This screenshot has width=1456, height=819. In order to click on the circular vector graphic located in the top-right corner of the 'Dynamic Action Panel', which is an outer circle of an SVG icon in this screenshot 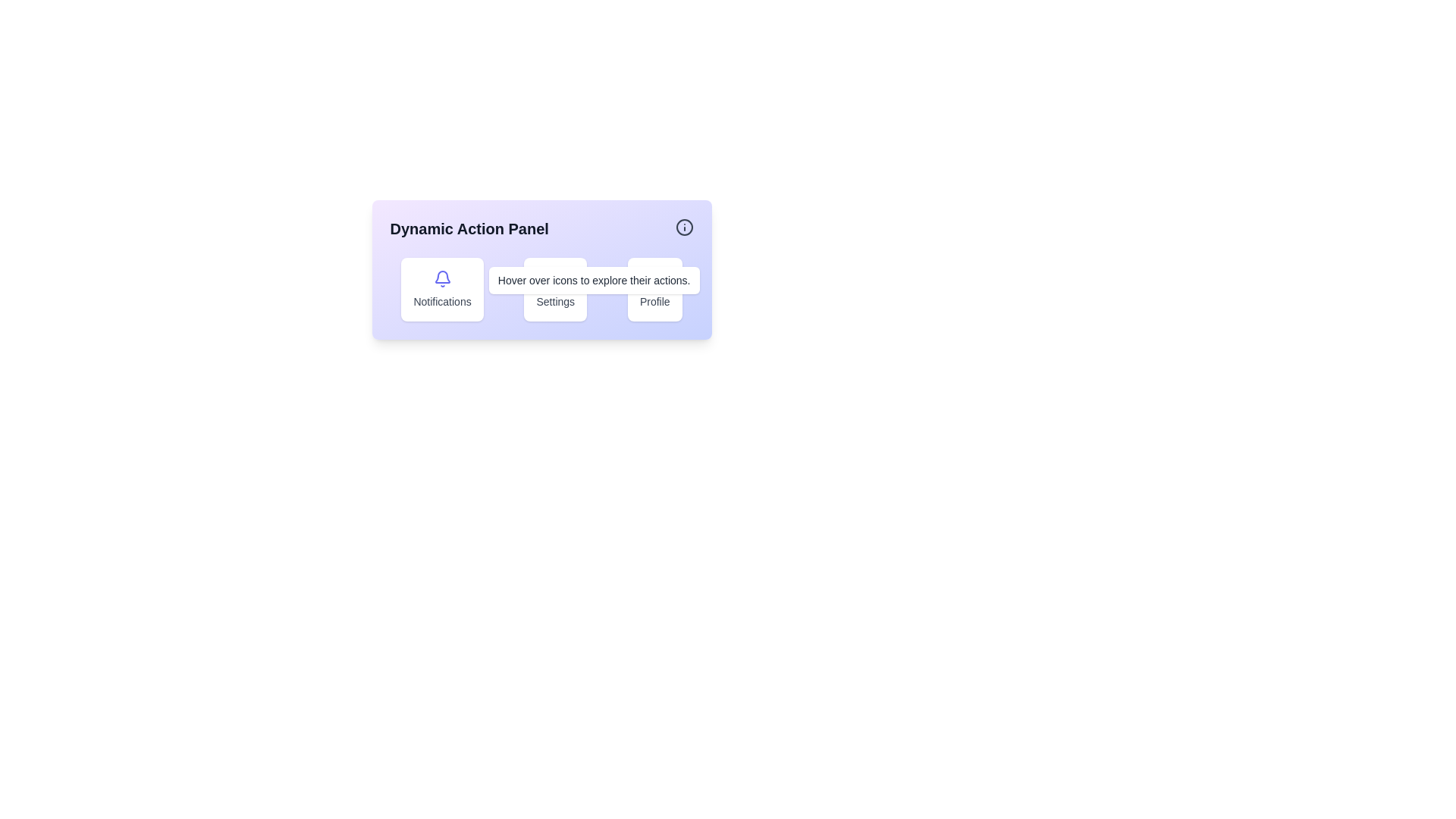, I will do `click(683, 227)`.